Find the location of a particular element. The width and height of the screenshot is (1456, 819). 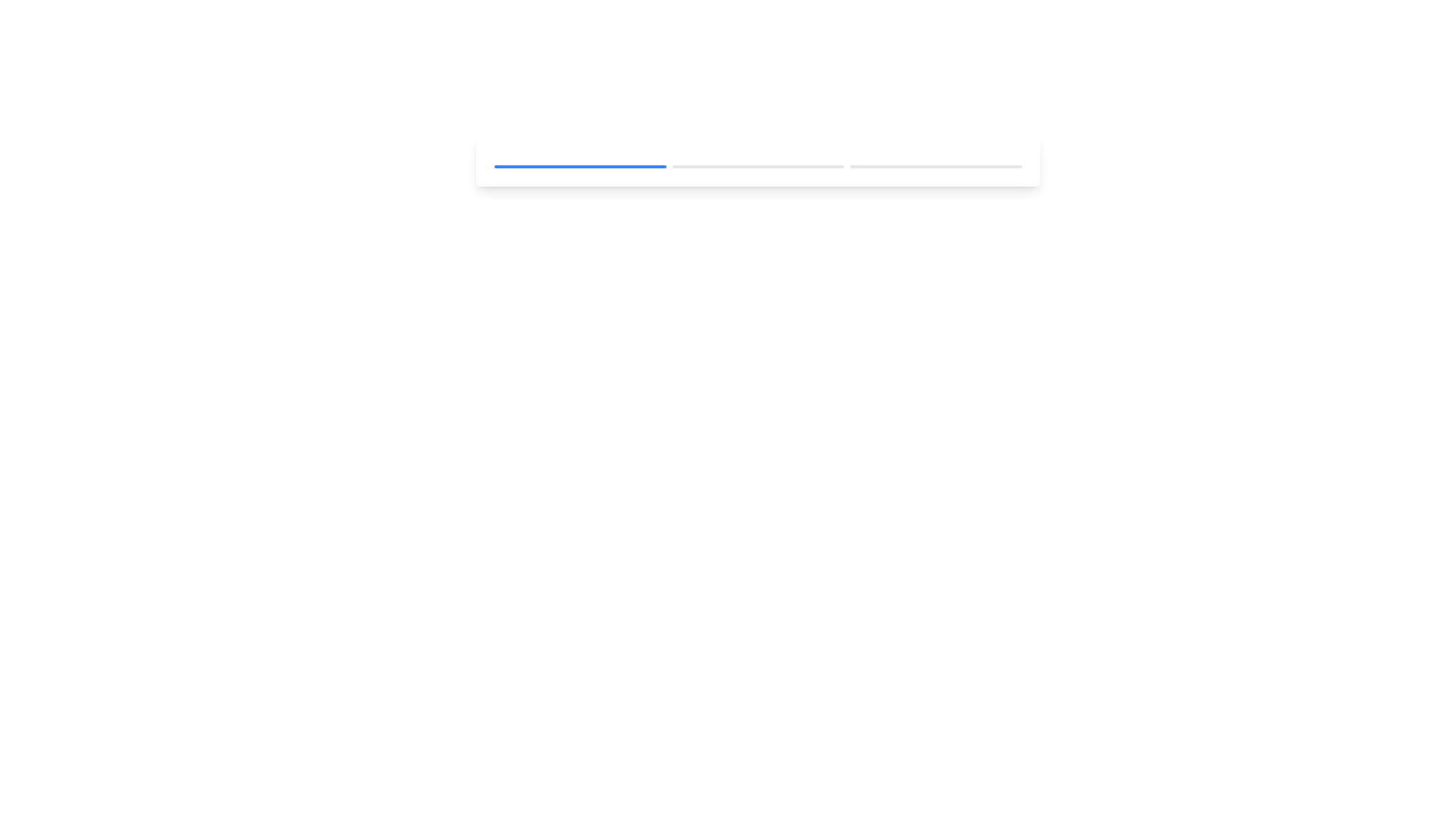

the slider is located at coordinates (804, 166).